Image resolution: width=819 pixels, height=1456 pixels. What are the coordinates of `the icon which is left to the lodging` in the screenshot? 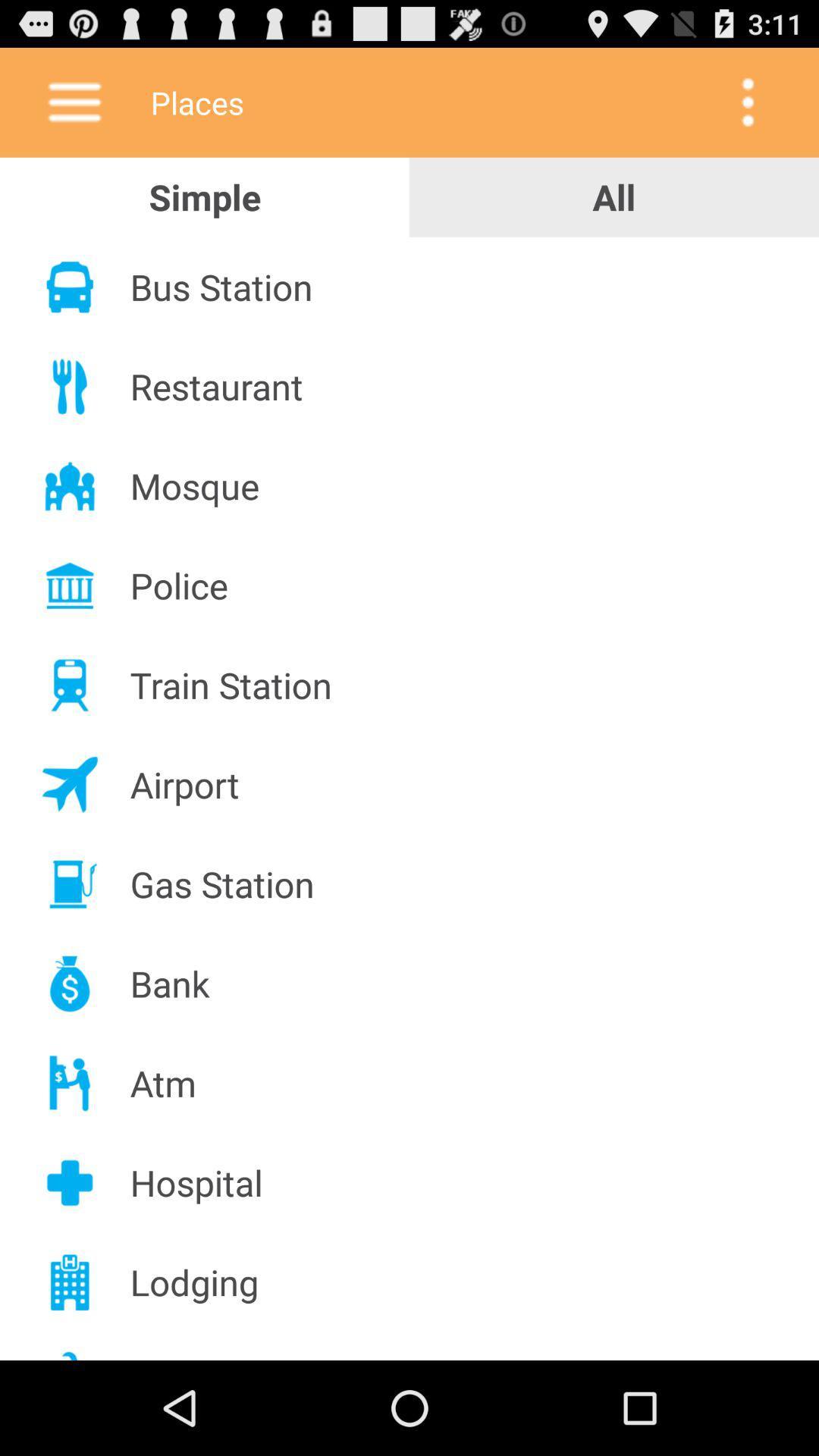 It's located at (70, 1282).